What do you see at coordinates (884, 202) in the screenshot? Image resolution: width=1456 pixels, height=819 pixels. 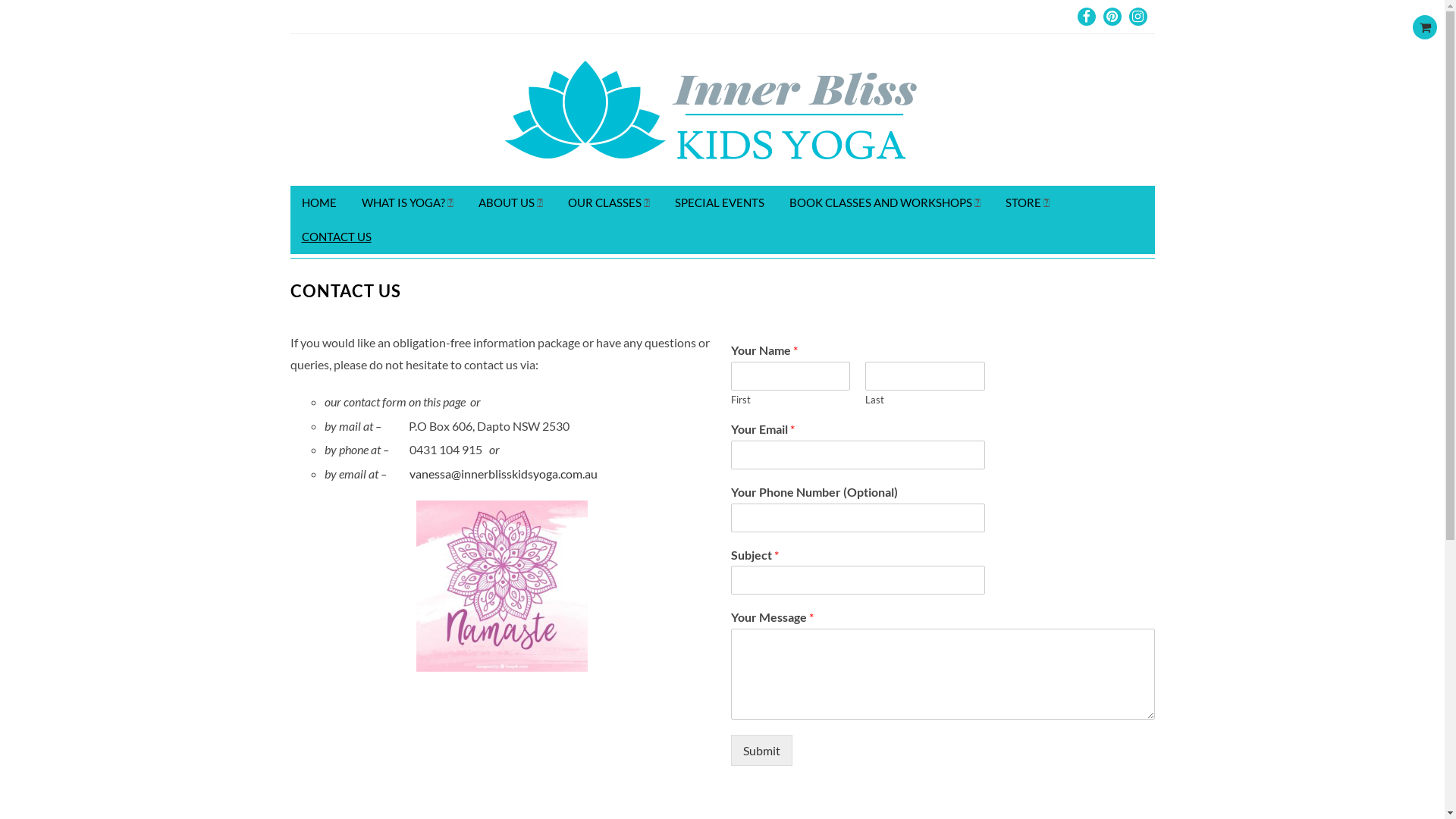 I see `'BOOK CLASSES AND WORKSHOPS'` at bounding box center [884, 202].